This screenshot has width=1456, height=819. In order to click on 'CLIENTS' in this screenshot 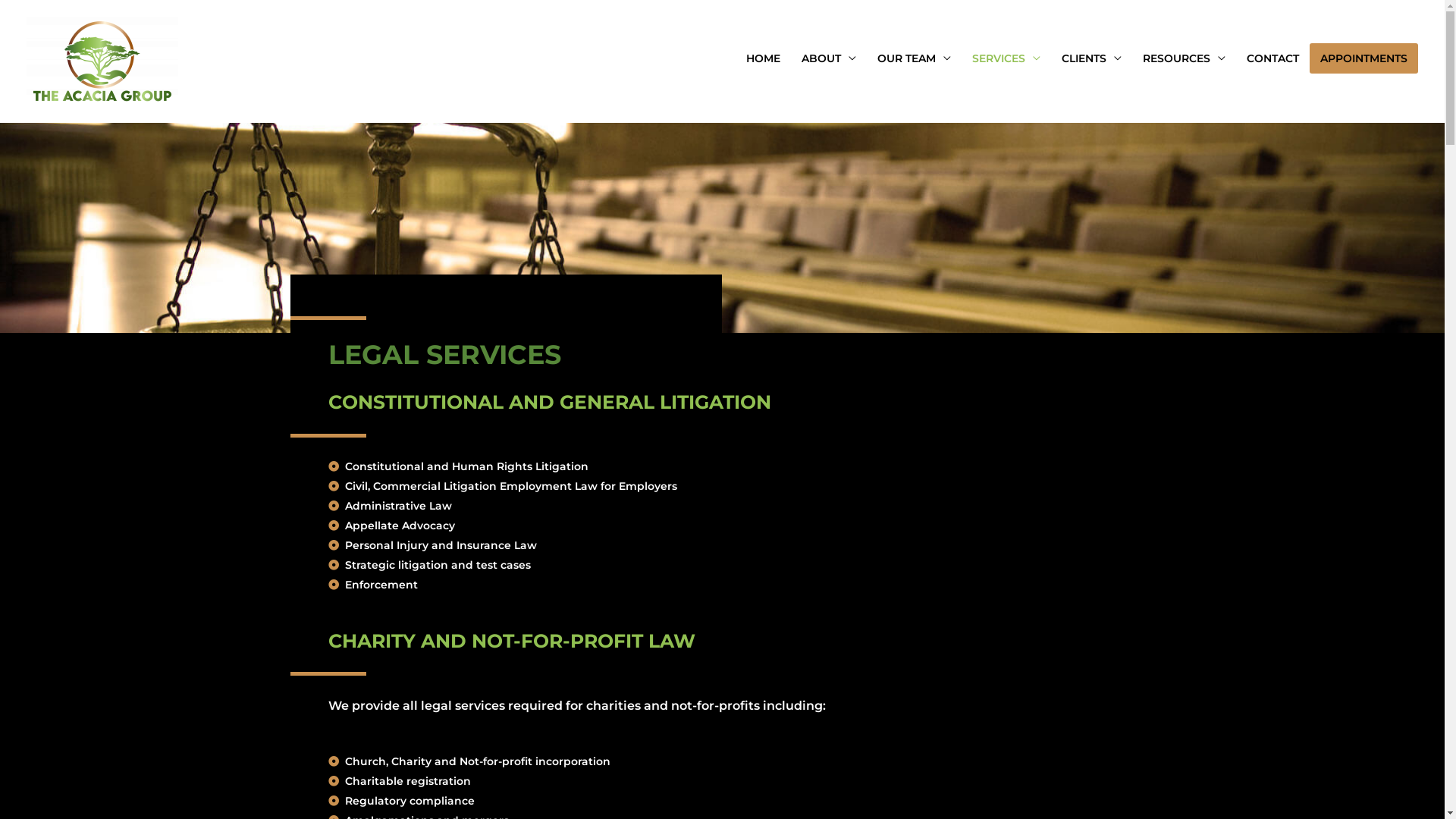, I will do `click(1090, 58)`.